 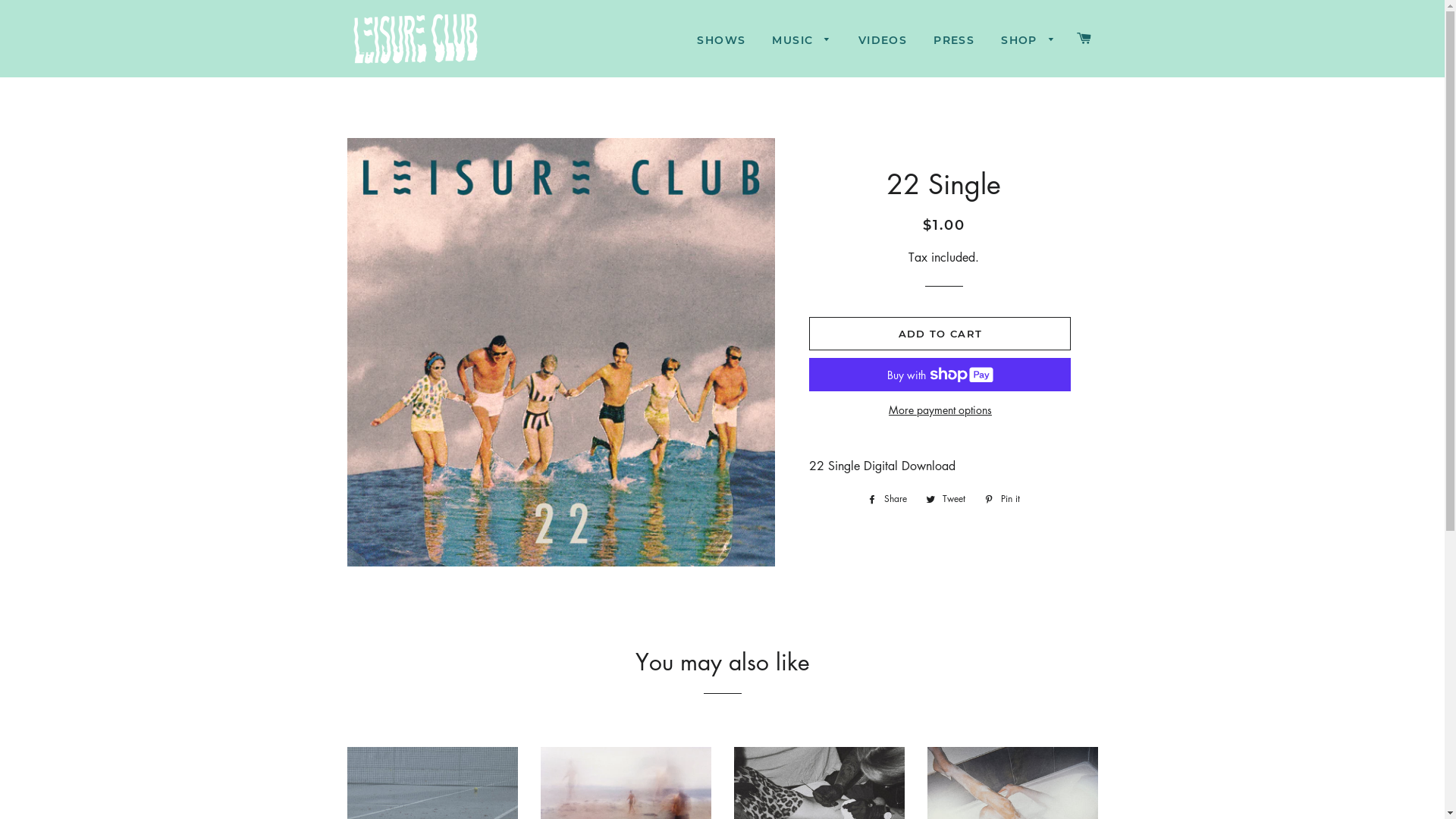 I want to click on 'ADD TO CART', so click(x=939, y=332).